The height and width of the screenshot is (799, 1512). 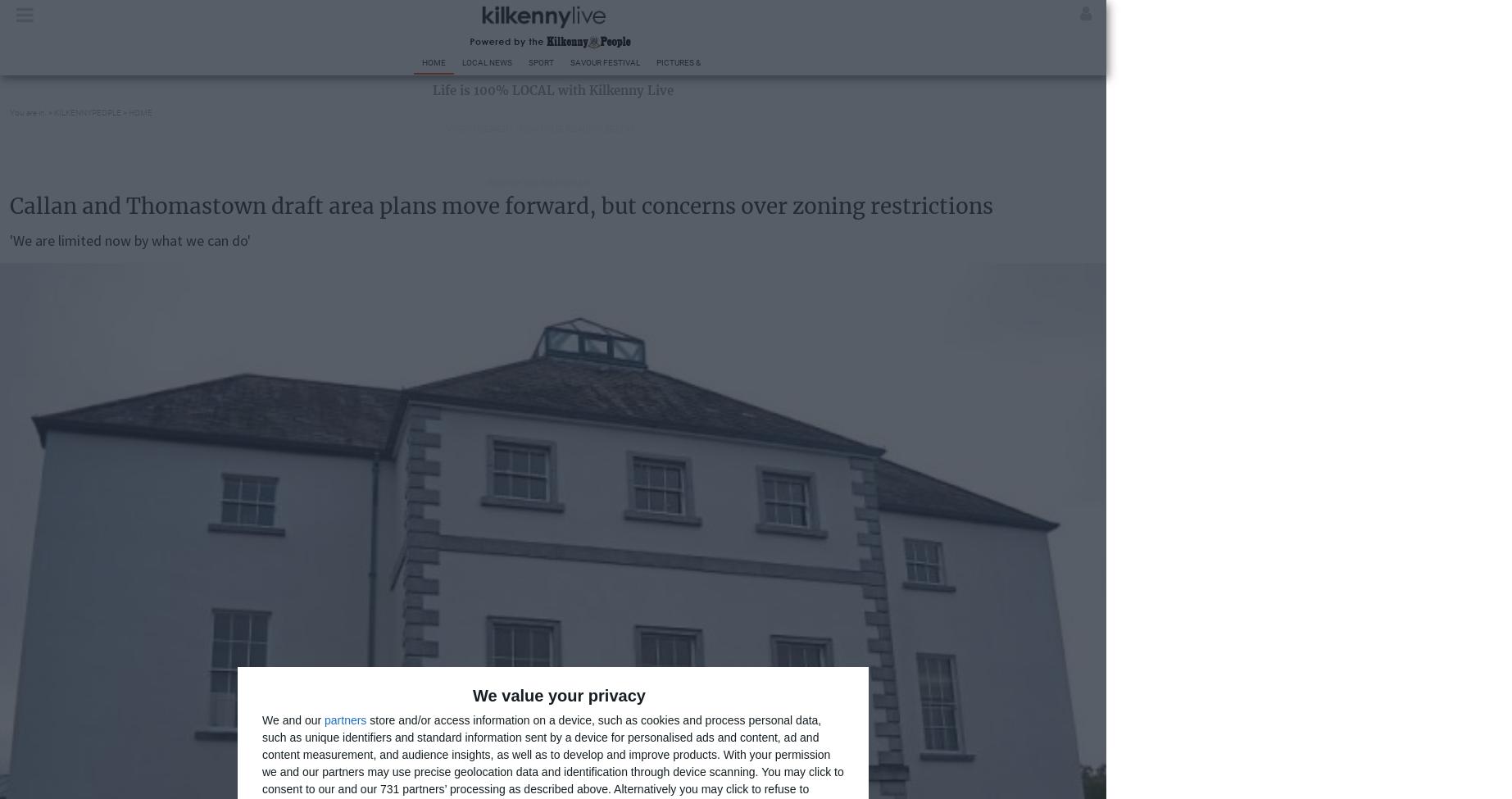 What do you see at coordinates (539, 128) in the screenshot?
I see `'ADVERTISEMENT - CONTINUE READING BELOW'` at bounding box center [539, 128].